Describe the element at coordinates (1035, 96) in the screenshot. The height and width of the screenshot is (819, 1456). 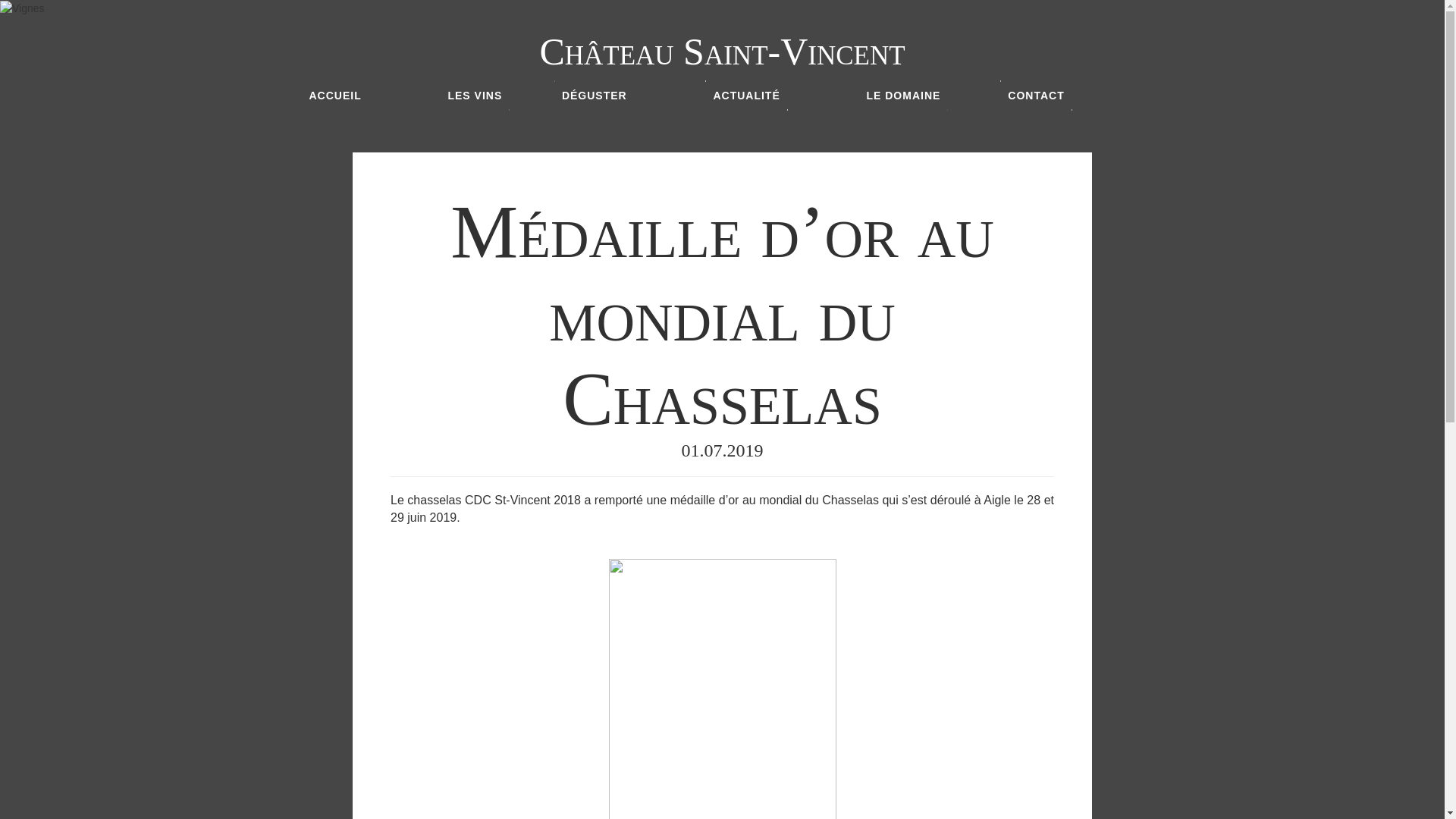
I see `'CONTACT'` at that location.